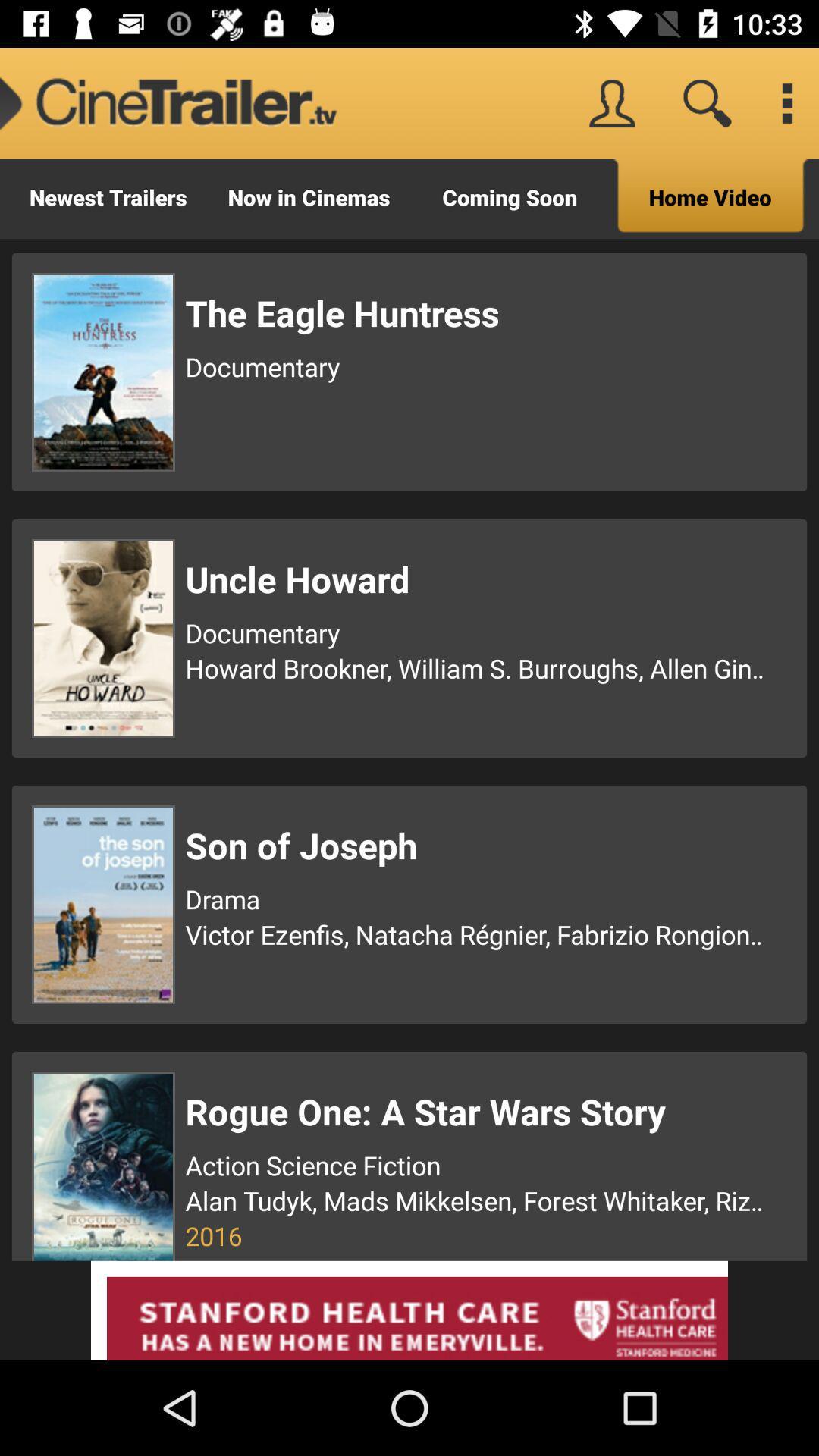 This screenshot has height=1456, width=819. I want to click on click on options, so click(786, 102).